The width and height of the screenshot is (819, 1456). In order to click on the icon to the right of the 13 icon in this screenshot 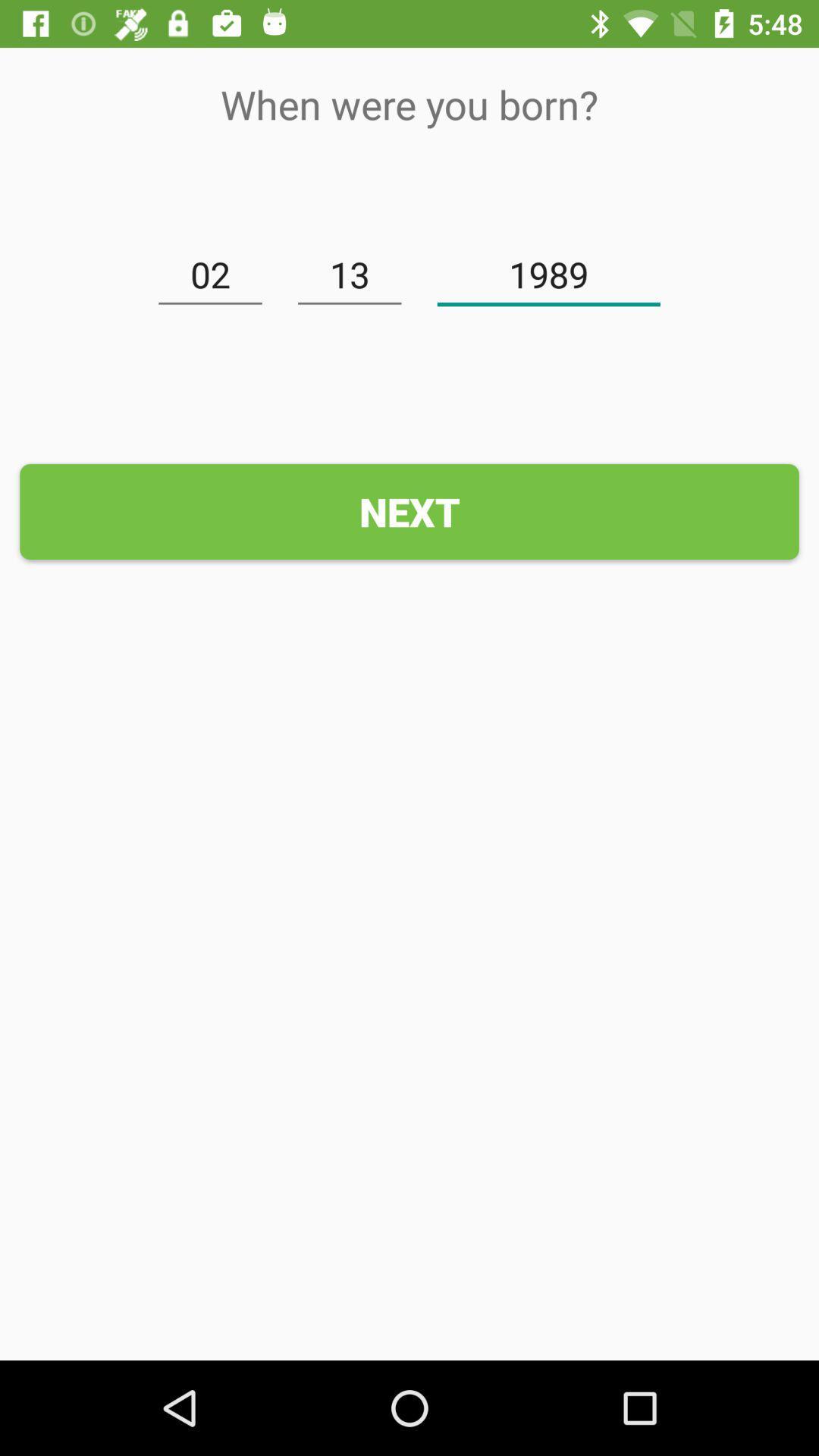, I will do `click(548, 275)`.